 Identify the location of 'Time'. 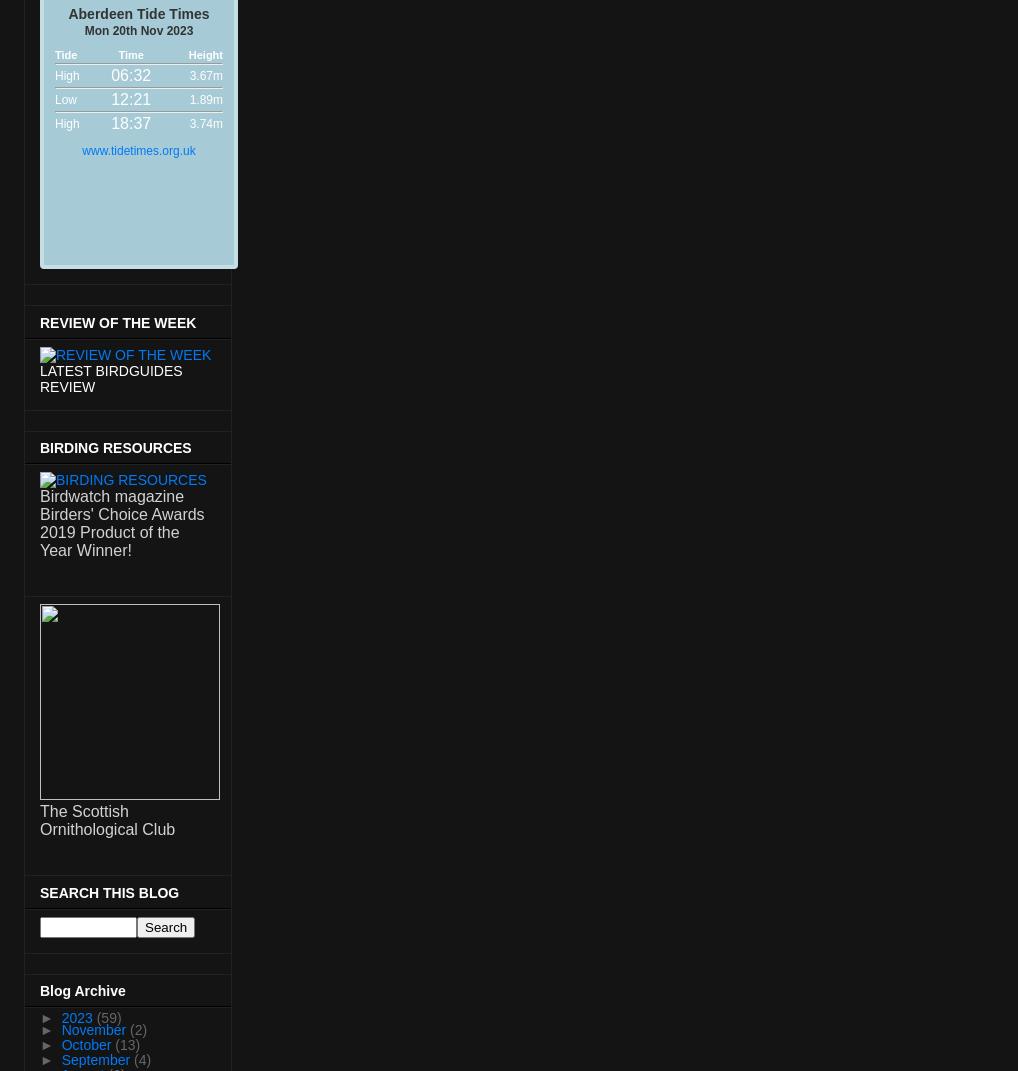
(129, 54).